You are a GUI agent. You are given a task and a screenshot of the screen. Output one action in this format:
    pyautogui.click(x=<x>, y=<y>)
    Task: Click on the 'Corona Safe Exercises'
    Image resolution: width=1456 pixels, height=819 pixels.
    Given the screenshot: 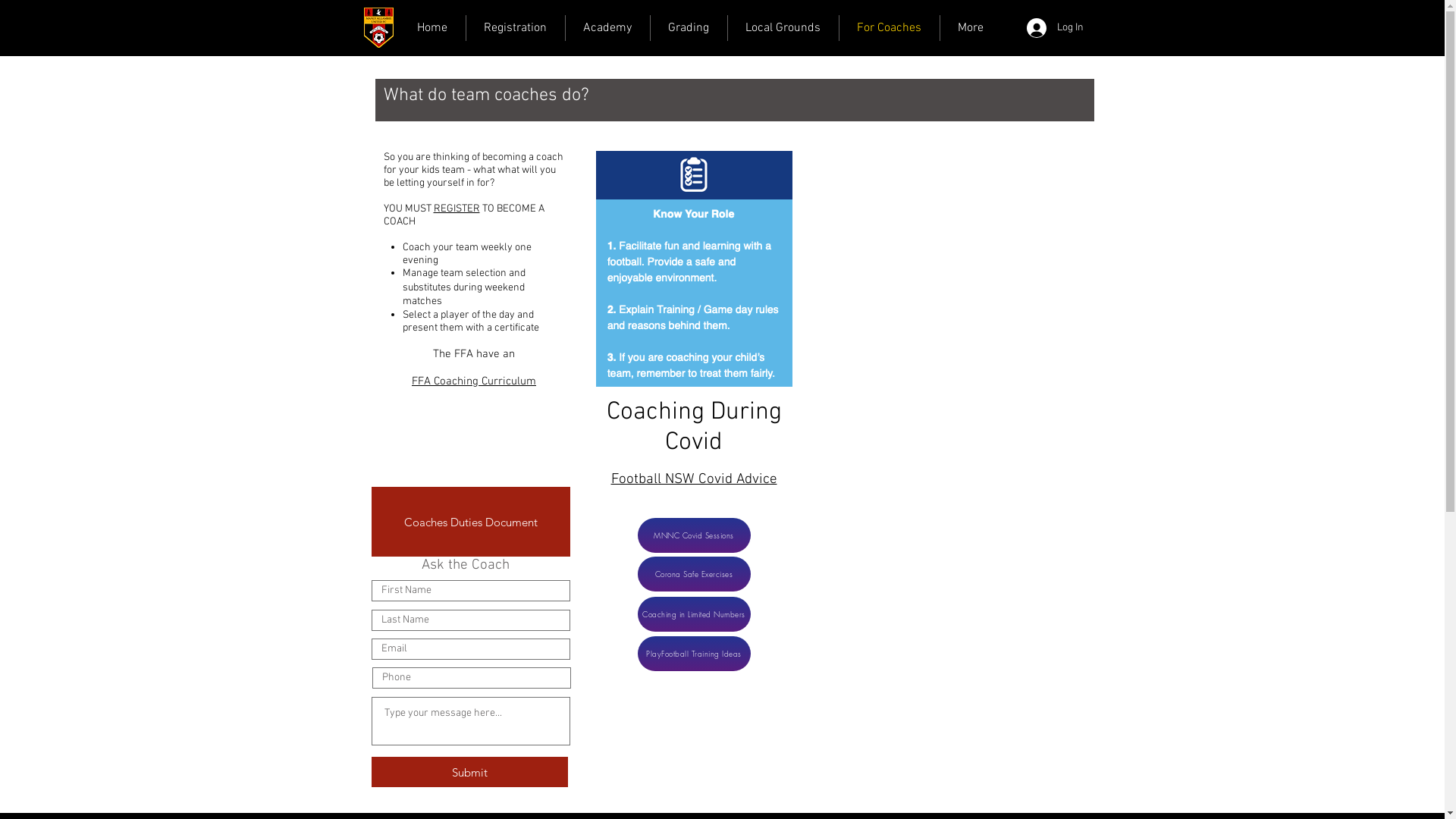 What is the action you would take?
    pyautogui.click(x=692, y=573)
    